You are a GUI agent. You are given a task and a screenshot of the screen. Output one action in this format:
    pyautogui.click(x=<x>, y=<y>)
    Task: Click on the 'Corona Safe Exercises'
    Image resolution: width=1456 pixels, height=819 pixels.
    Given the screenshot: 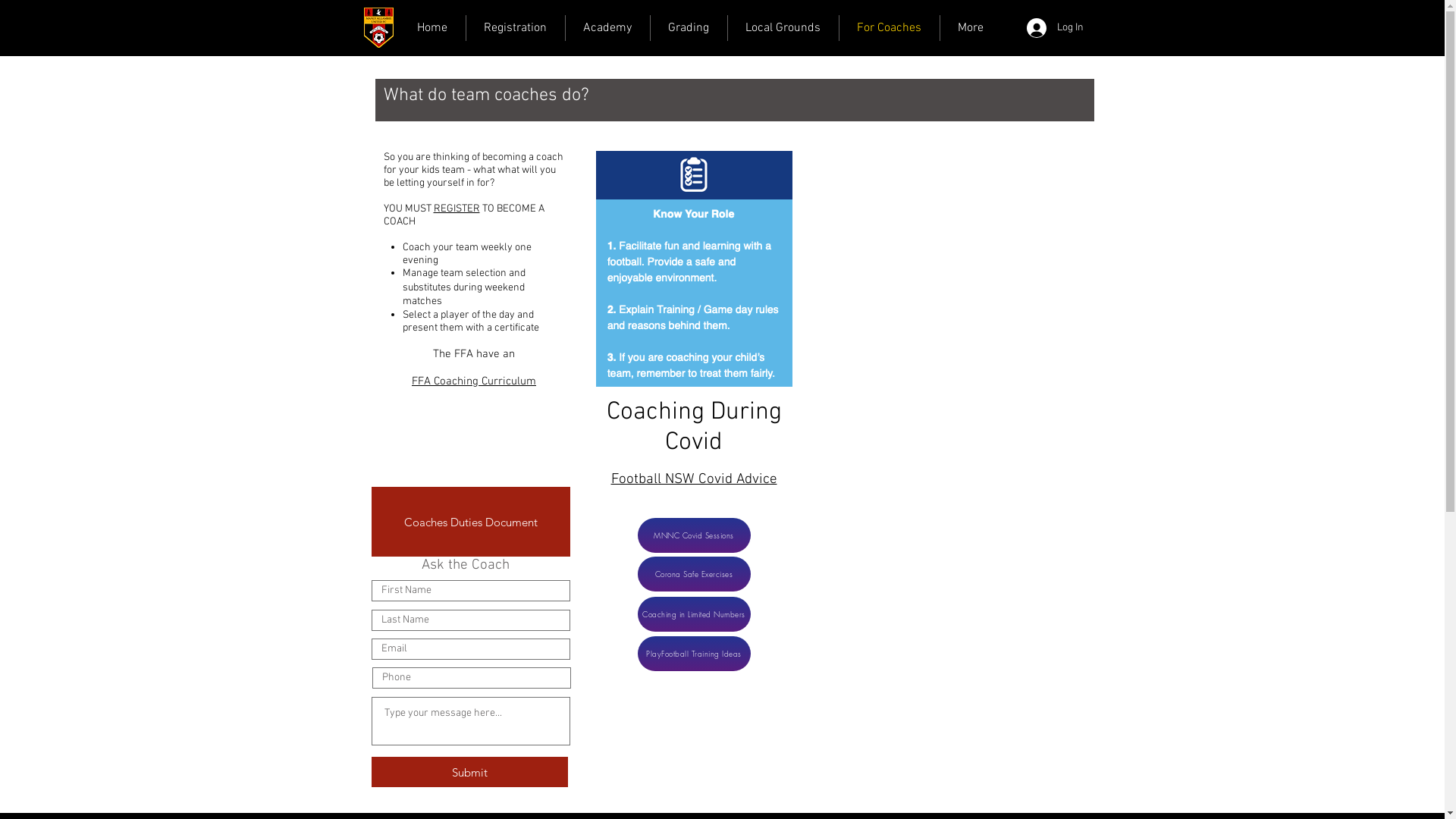 What is the action you would take?
    pyautogui.click(x=692, y=573)
    